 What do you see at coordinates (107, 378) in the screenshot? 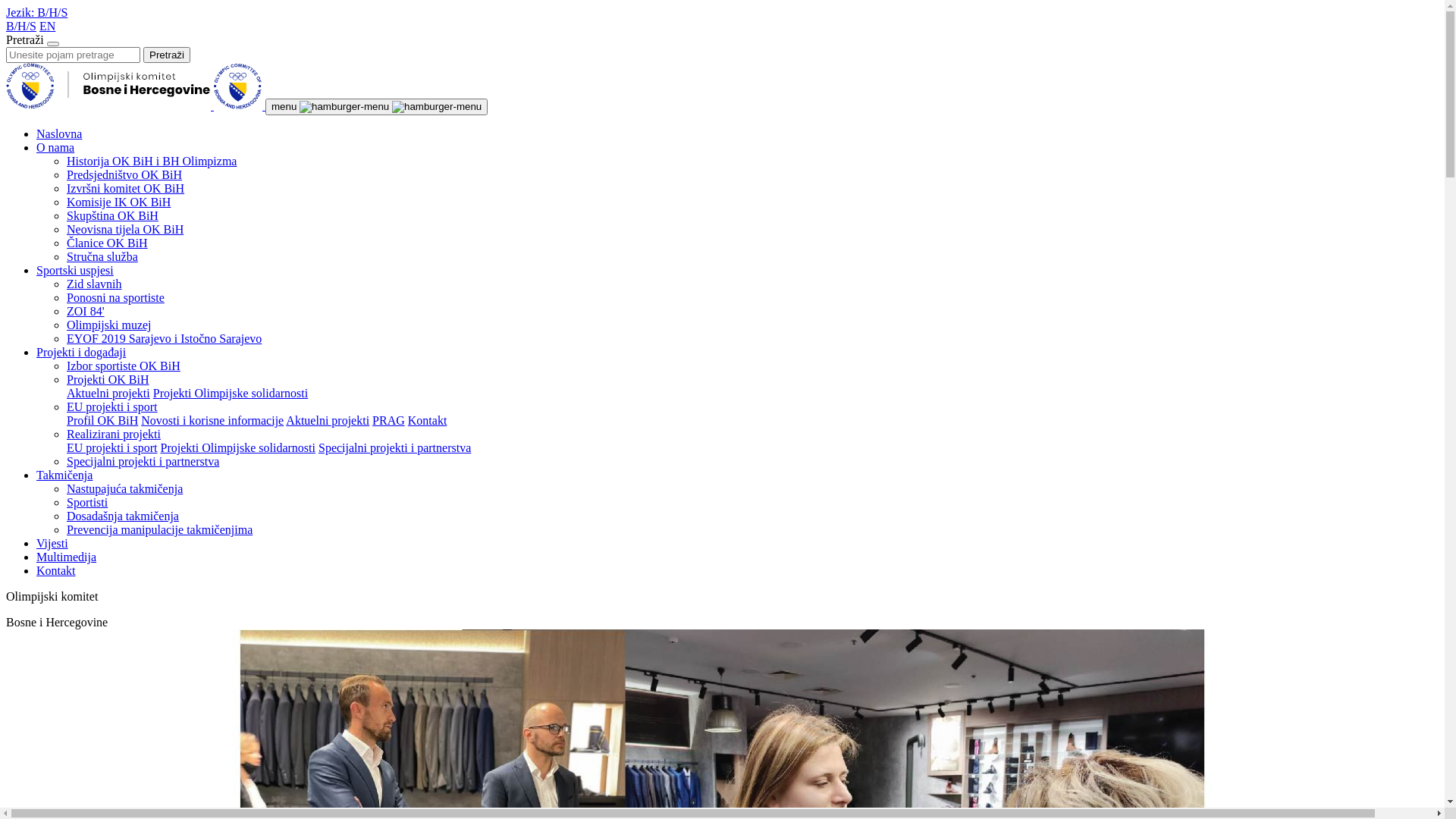
I see `'Projekti OK BiH'` at bounding box center [107, 378].